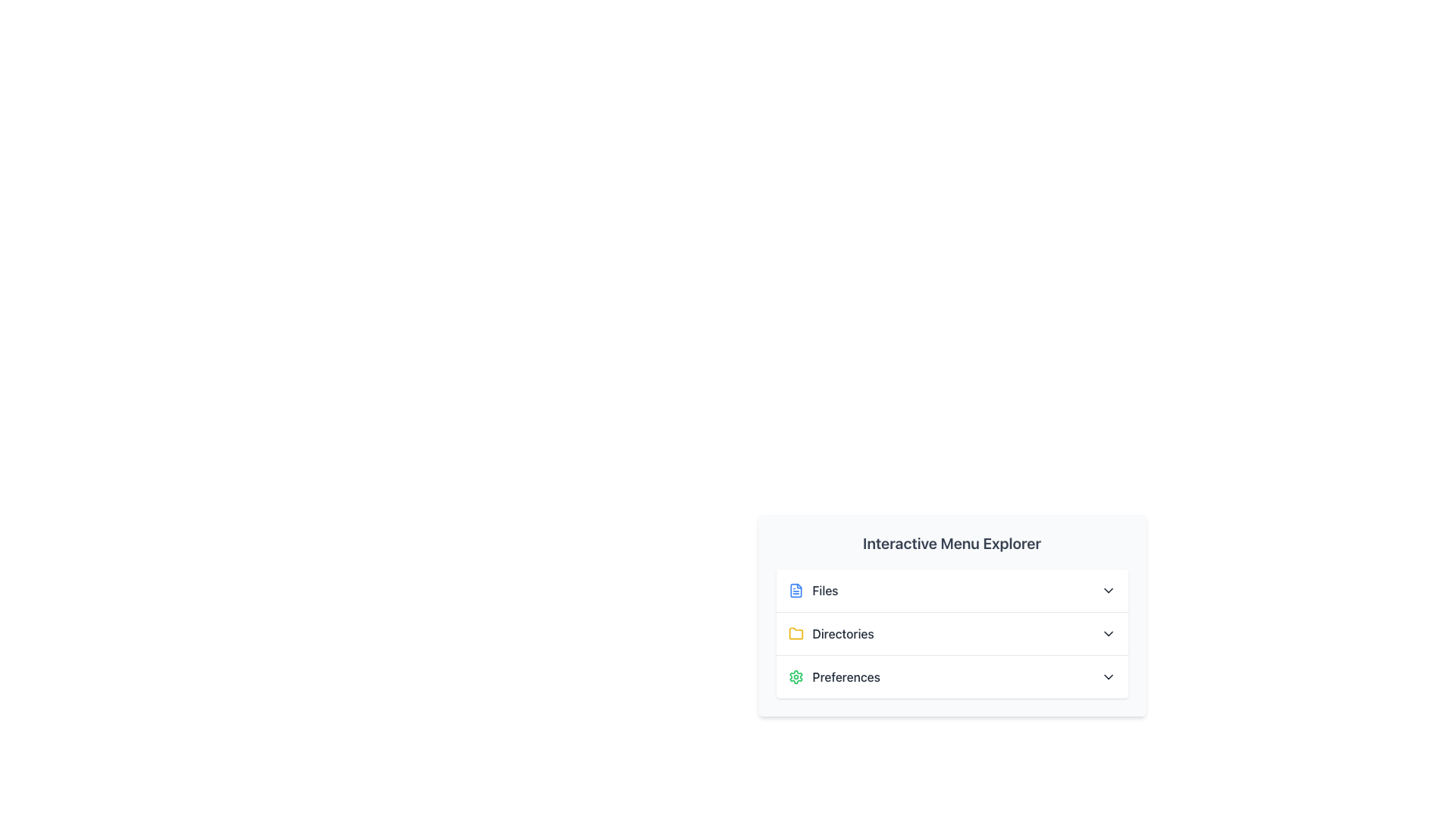 This screenshot has height=819, width=1456. What do you see at coordinates (830, 634) in the screenshot?
I see `the yellow folder icon next to the 'Directories' menu item` at bounding box center [830, 634].